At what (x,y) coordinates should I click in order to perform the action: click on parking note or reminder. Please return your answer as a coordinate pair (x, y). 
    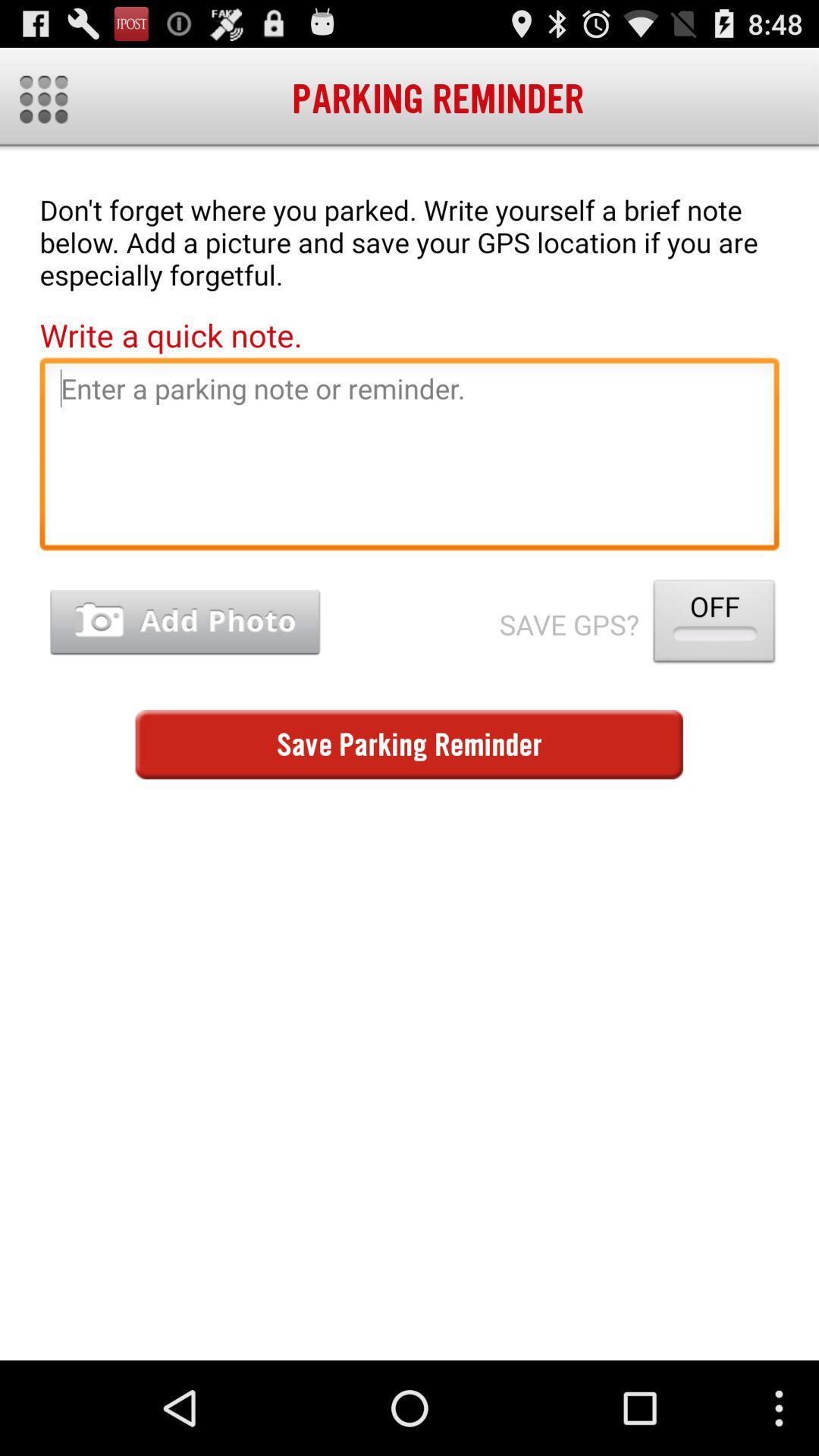
    Looking at the image, I should click on (409, 457).